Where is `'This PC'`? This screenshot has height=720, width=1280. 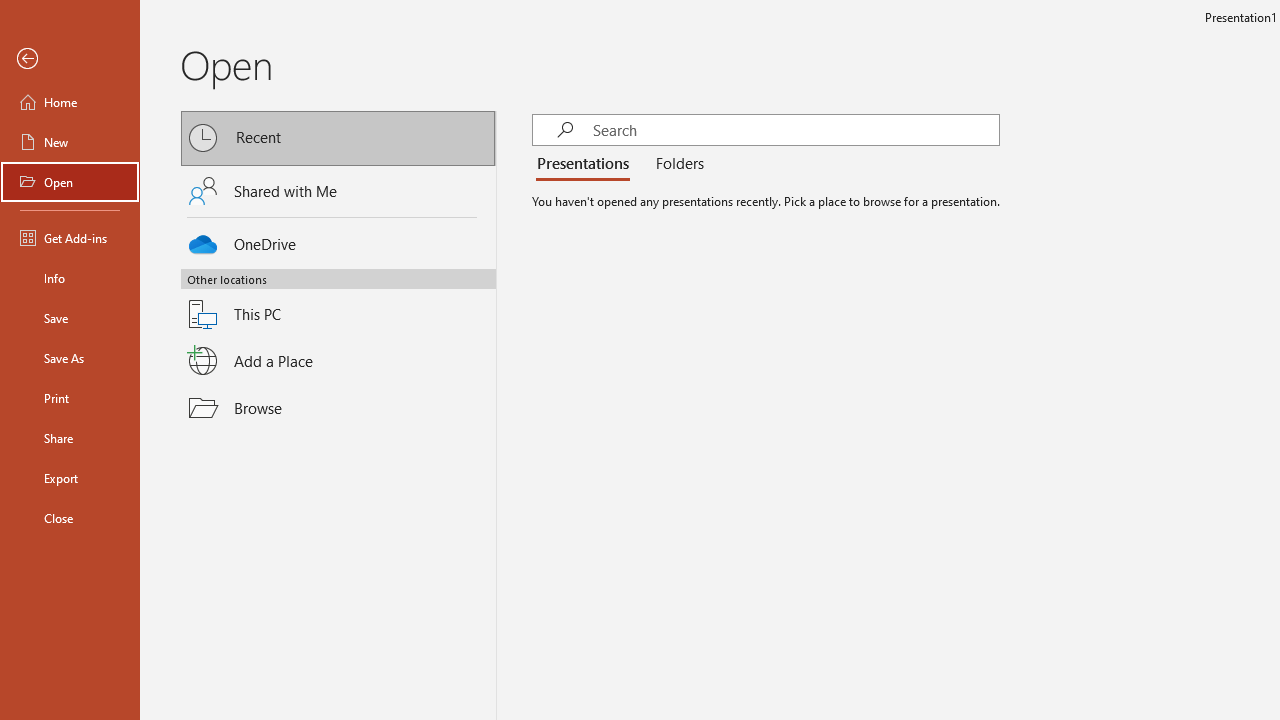 'This PC' is located at coordinates (338, 302).